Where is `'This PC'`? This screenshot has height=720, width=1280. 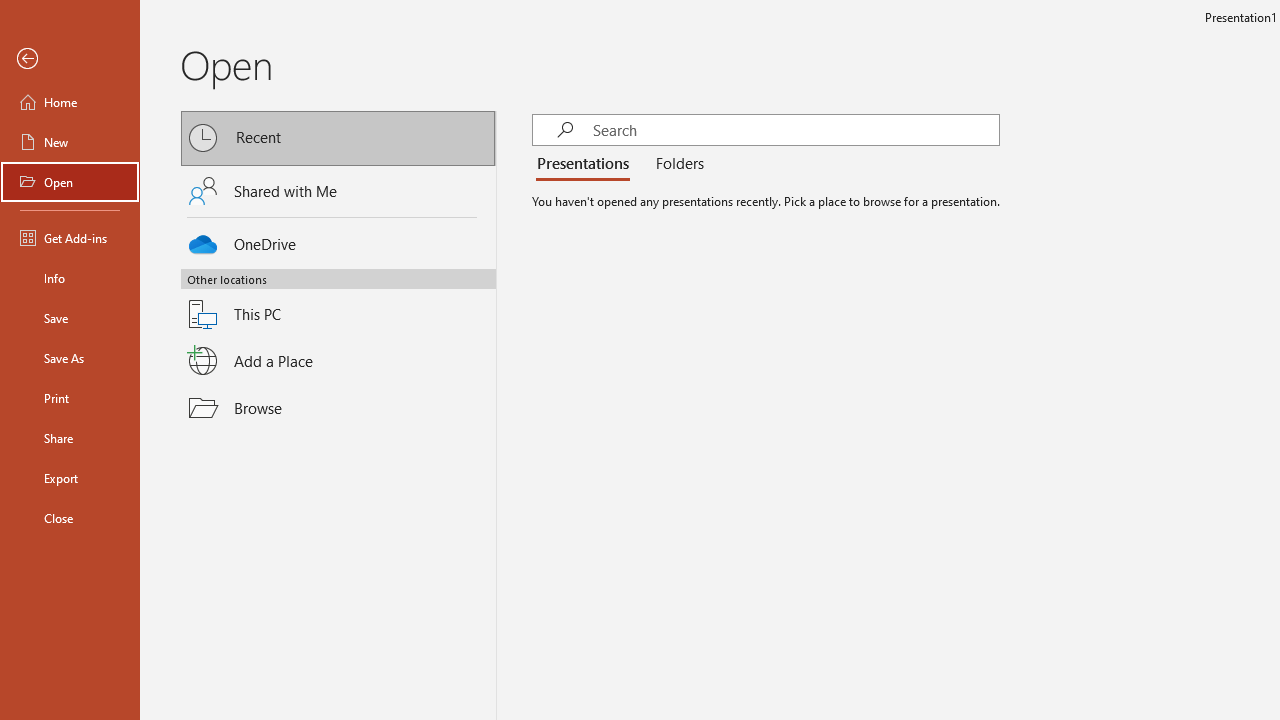 'This PC' is located at coordinates (338, 302).